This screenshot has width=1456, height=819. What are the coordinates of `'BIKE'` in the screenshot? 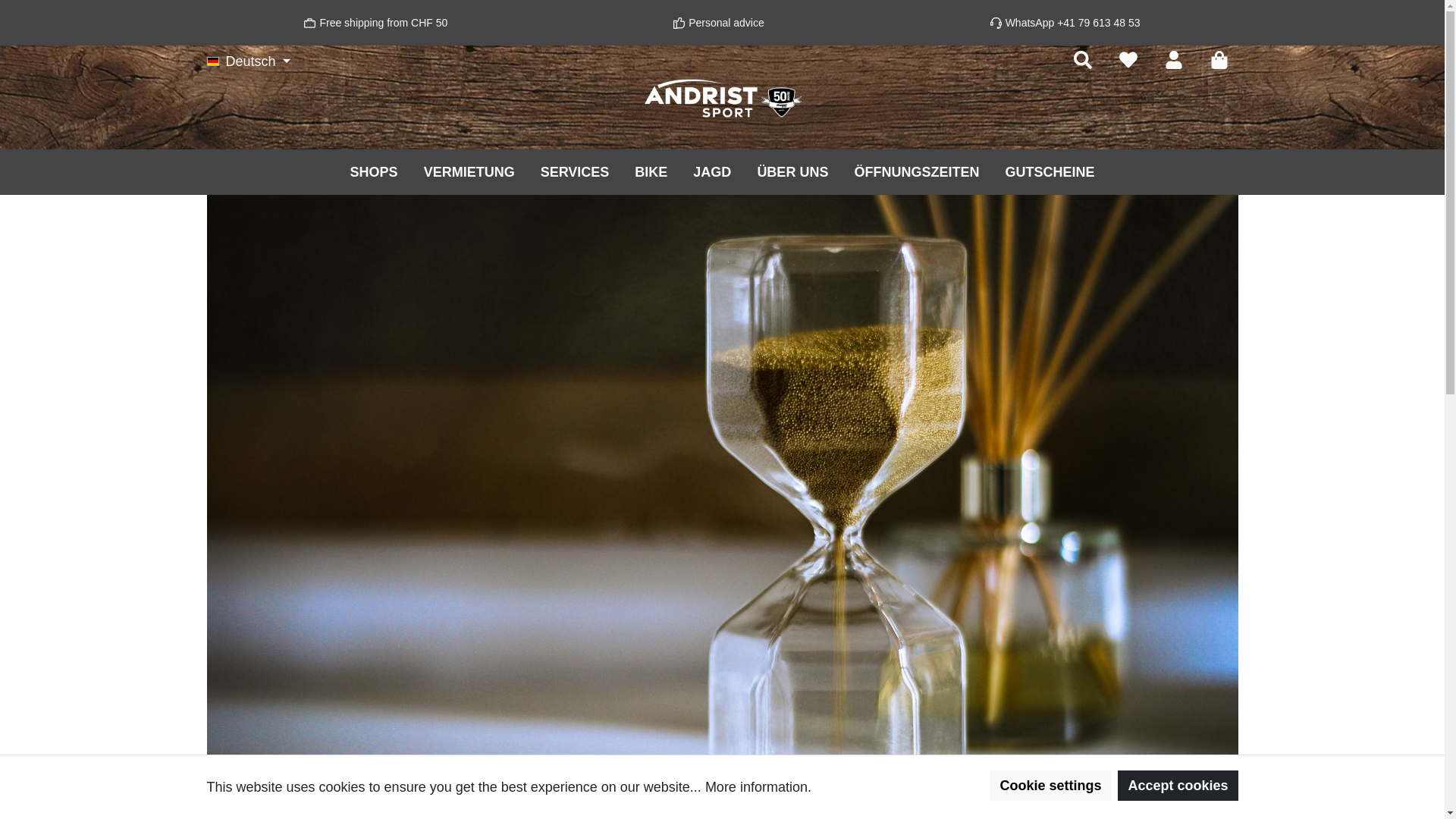 It's located at (622, 171).